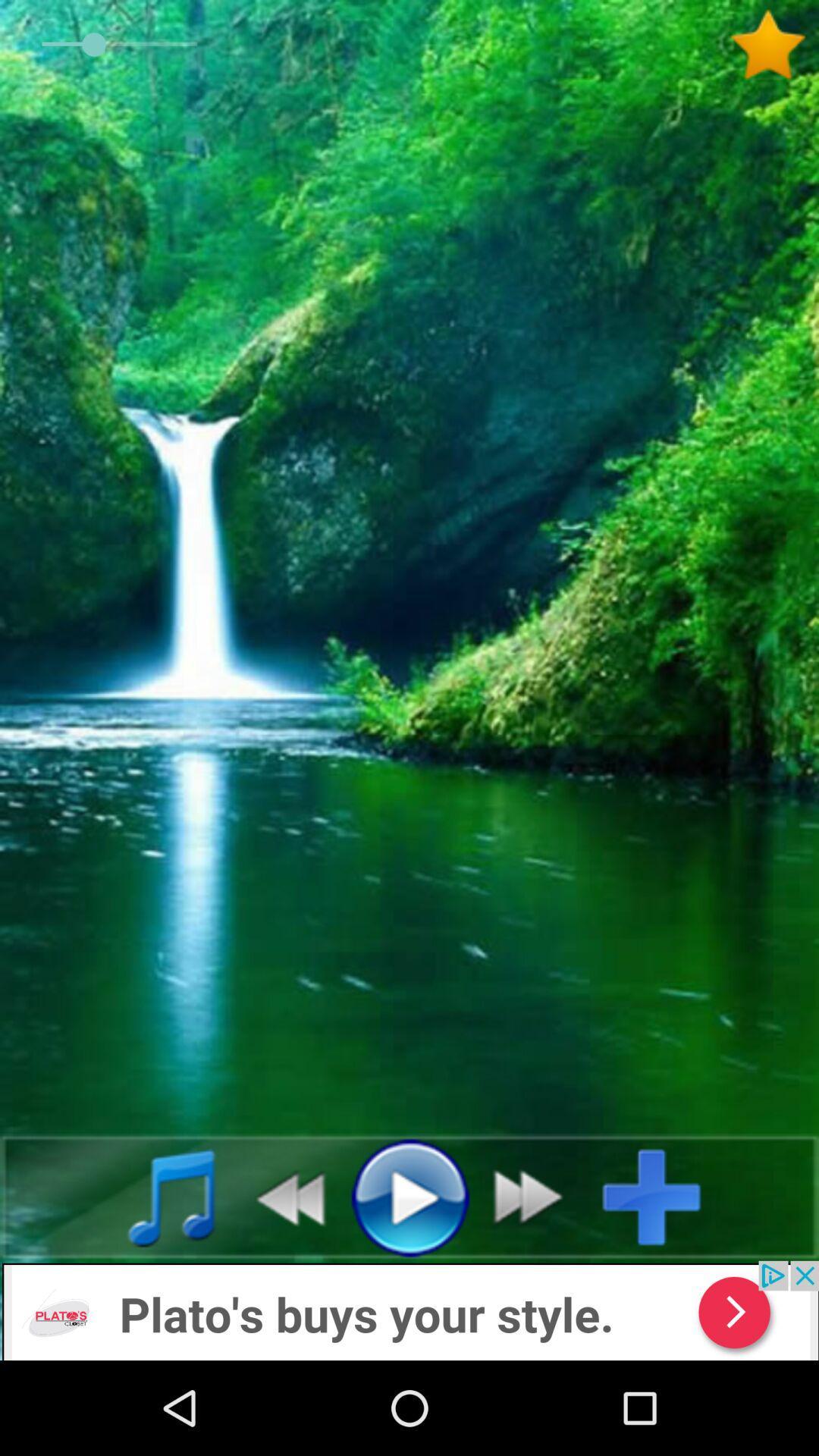 The height and width of the screenshot is (1456, 819). Describe the element at coordinates (155, 1196) in the screenshot. I see `music` at that location.